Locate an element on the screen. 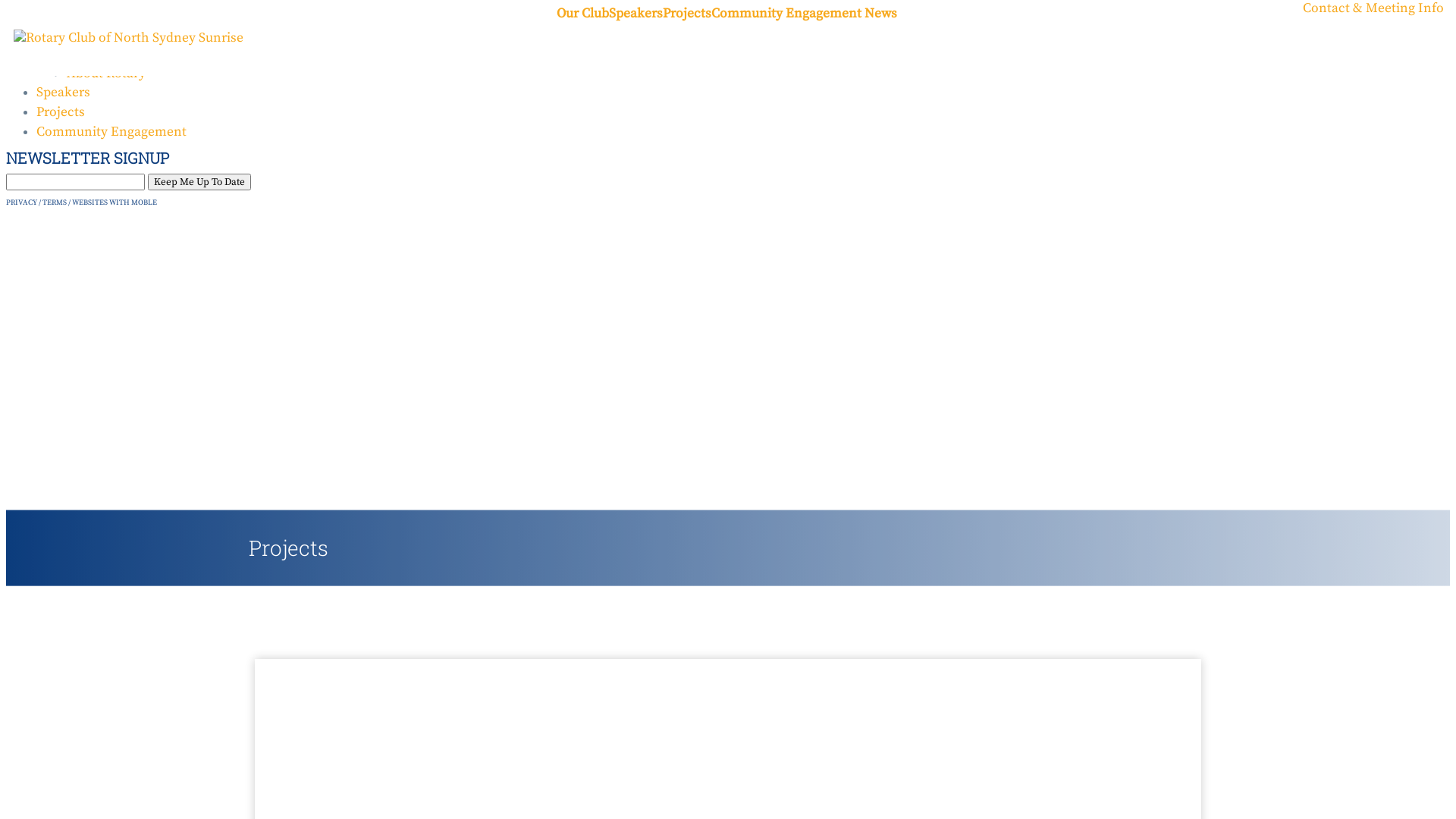 The width and height of the screenshot is (1456, 819). 'Speakers' is located at coordinates (608, 14).